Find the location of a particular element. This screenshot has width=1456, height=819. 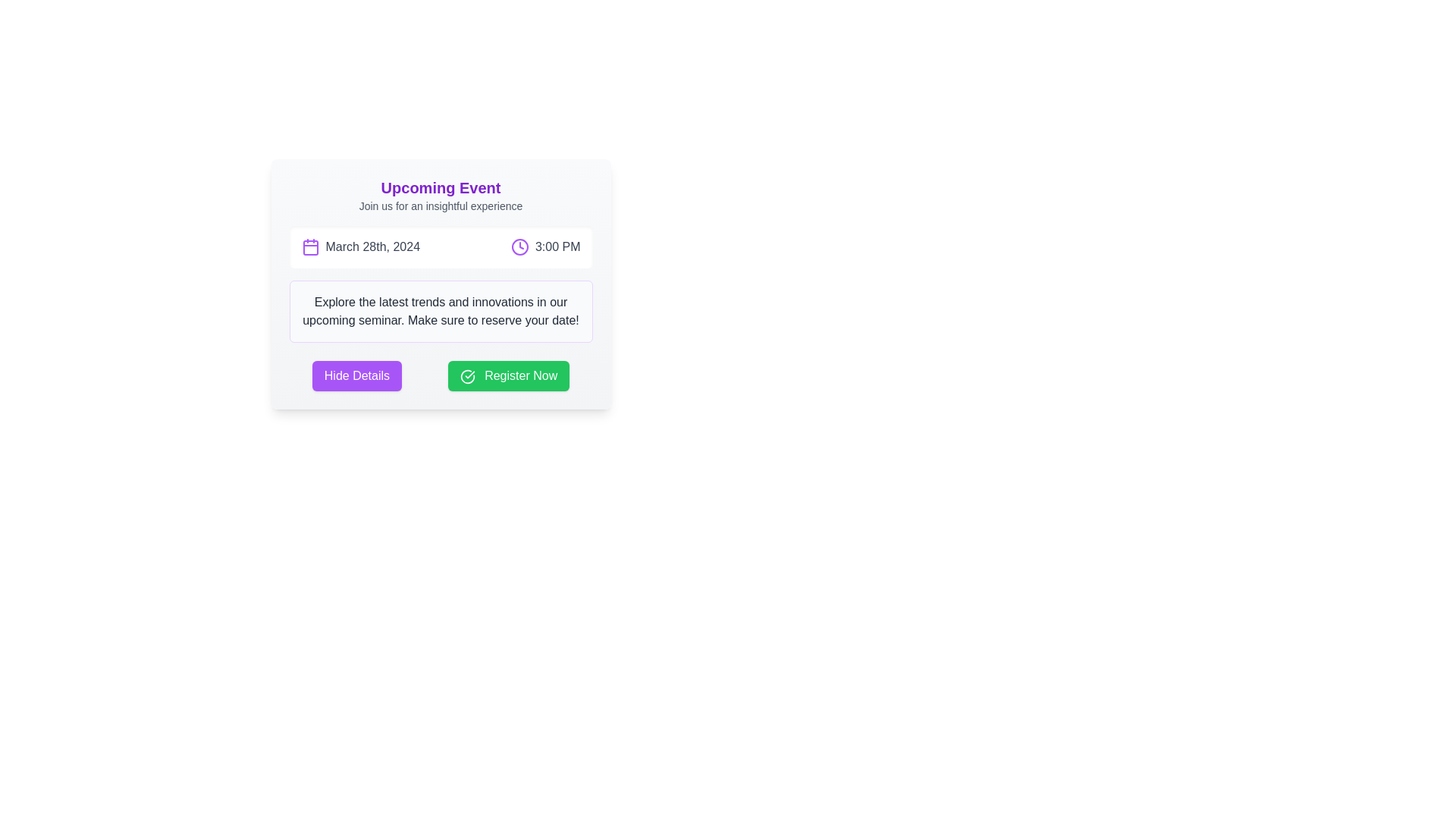

the text element that displays 'Join us for an insightful experience', which is styled in gray and located beneath the 'Upcoming Event' title is located at coordinates (440, 206).